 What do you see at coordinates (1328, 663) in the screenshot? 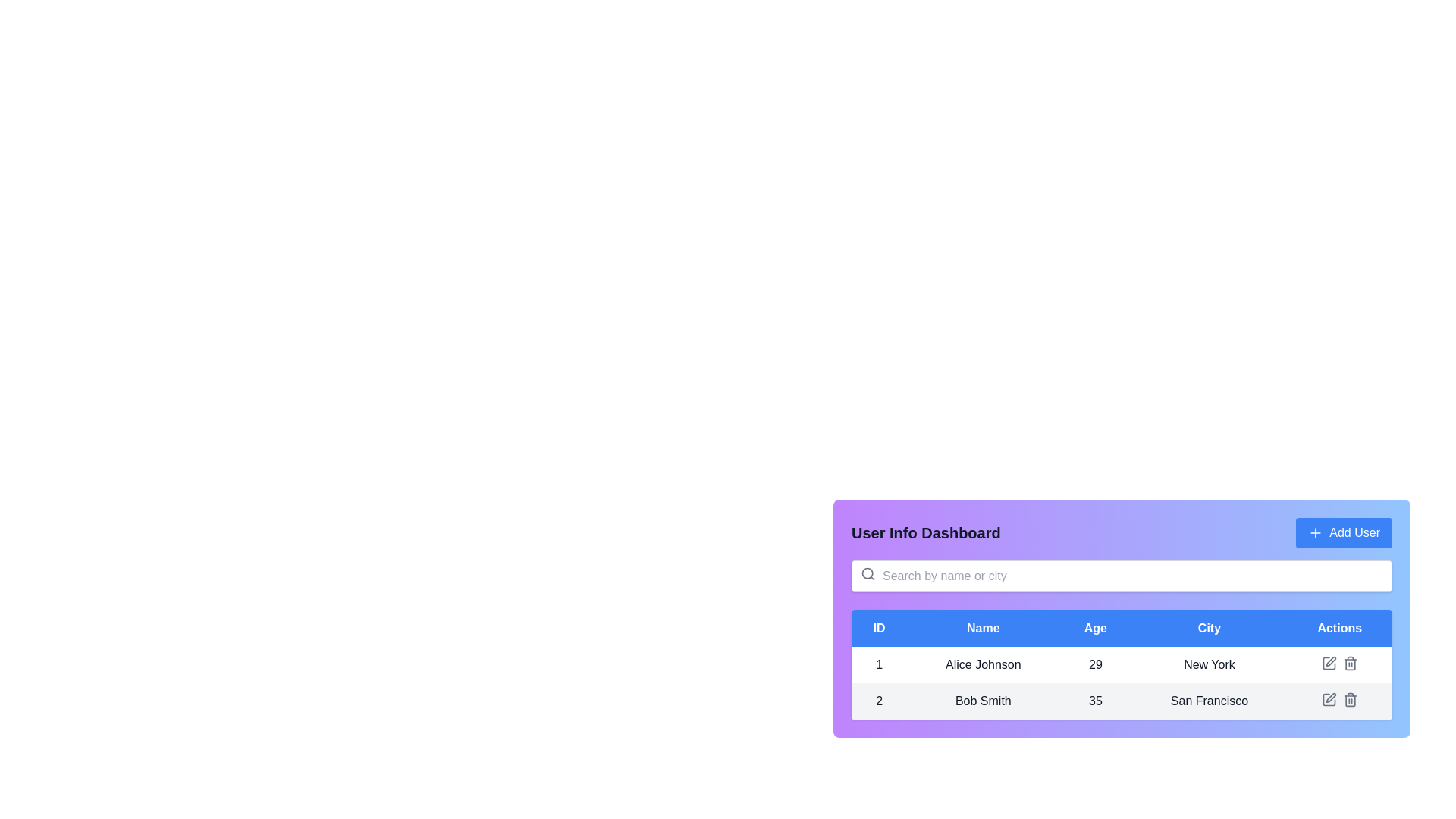
I see `the square icon component with a bold border and semi-transparent fill located in the actions column of the second row of the user information table` at bounding box center [1328, 663].